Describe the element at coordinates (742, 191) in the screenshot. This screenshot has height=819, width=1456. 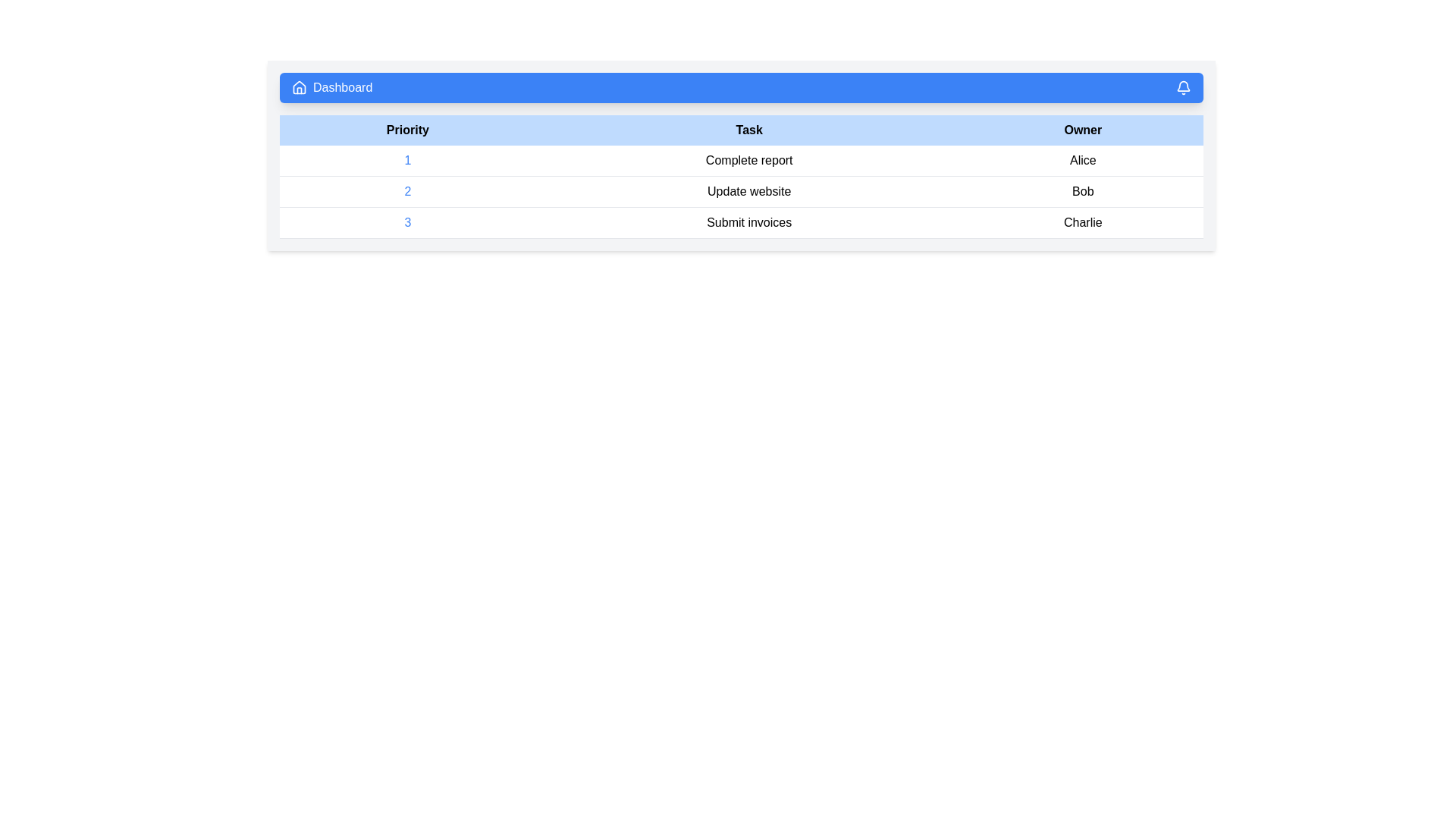
I see `the second row in the list that contains the blue number '2', the text 'Update website', and the name 'Bob'` at that location.